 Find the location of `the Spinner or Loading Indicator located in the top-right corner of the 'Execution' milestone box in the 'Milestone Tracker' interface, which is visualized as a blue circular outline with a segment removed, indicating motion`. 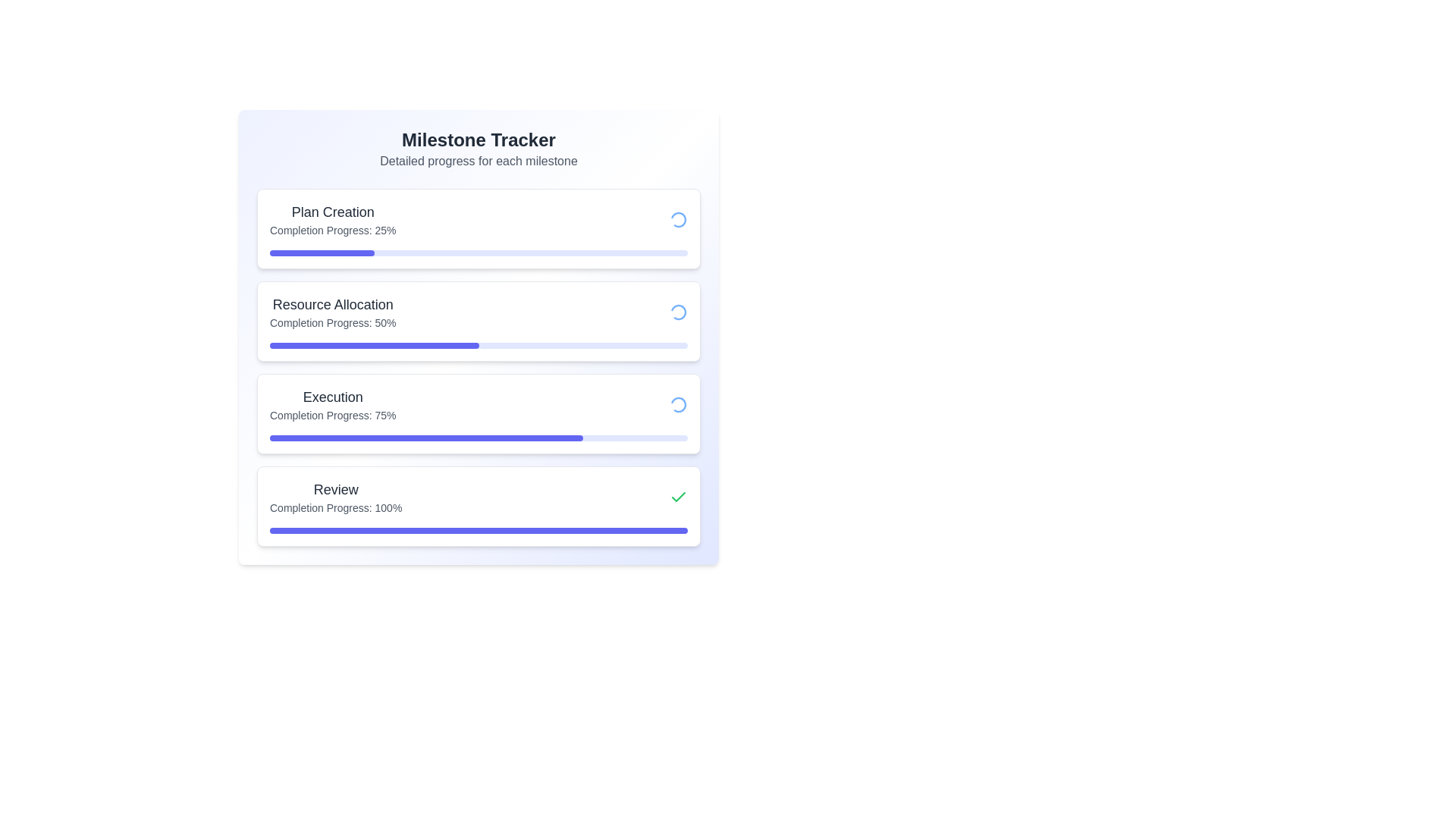

the Spinner or Loading Indicator located in the top-right corner of the 'Execution' milestone box in the 'Milestone Tracker' interface, which is visualized as a blue circular outline with a segment removed, indicating motion is located at coordinates (677, 403).